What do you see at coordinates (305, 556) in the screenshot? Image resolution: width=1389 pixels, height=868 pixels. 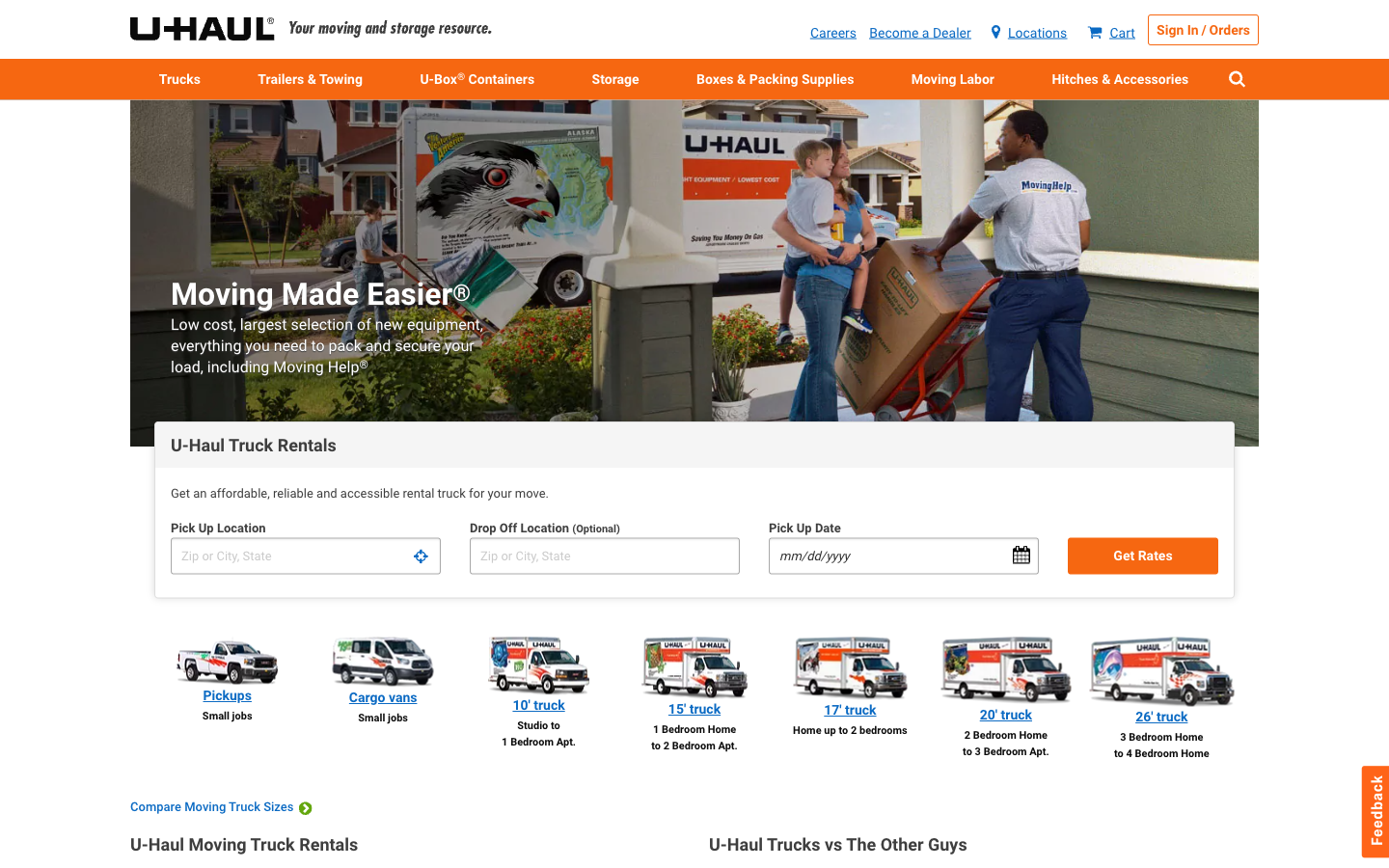 I see `Get rates for truck rental with pick up at A and drop off at B` at bounding box center [305, 556].